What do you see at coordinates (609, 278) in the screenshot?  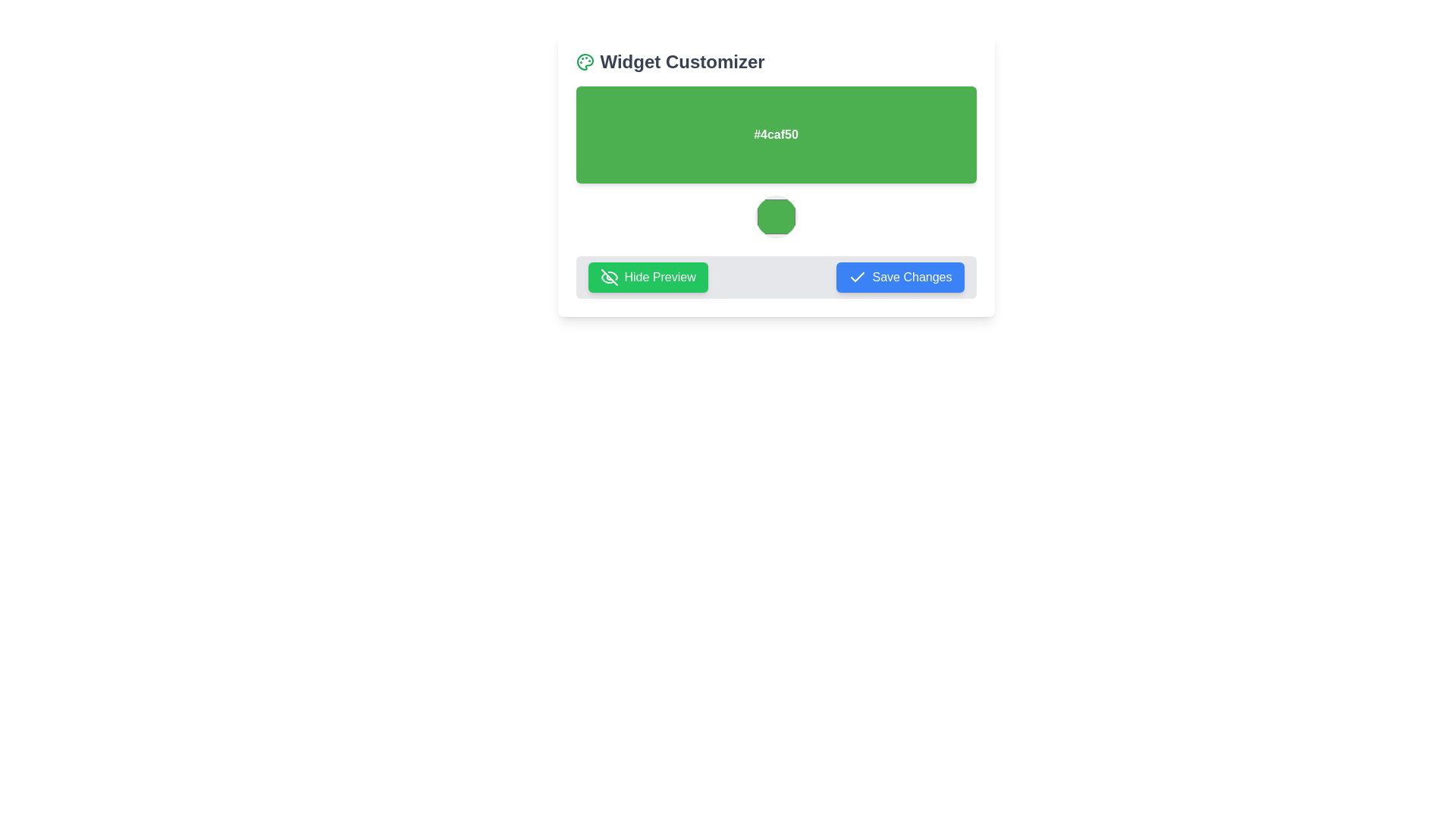 I see `the 'Hide Preview' button` at bounding box center [609, 278].